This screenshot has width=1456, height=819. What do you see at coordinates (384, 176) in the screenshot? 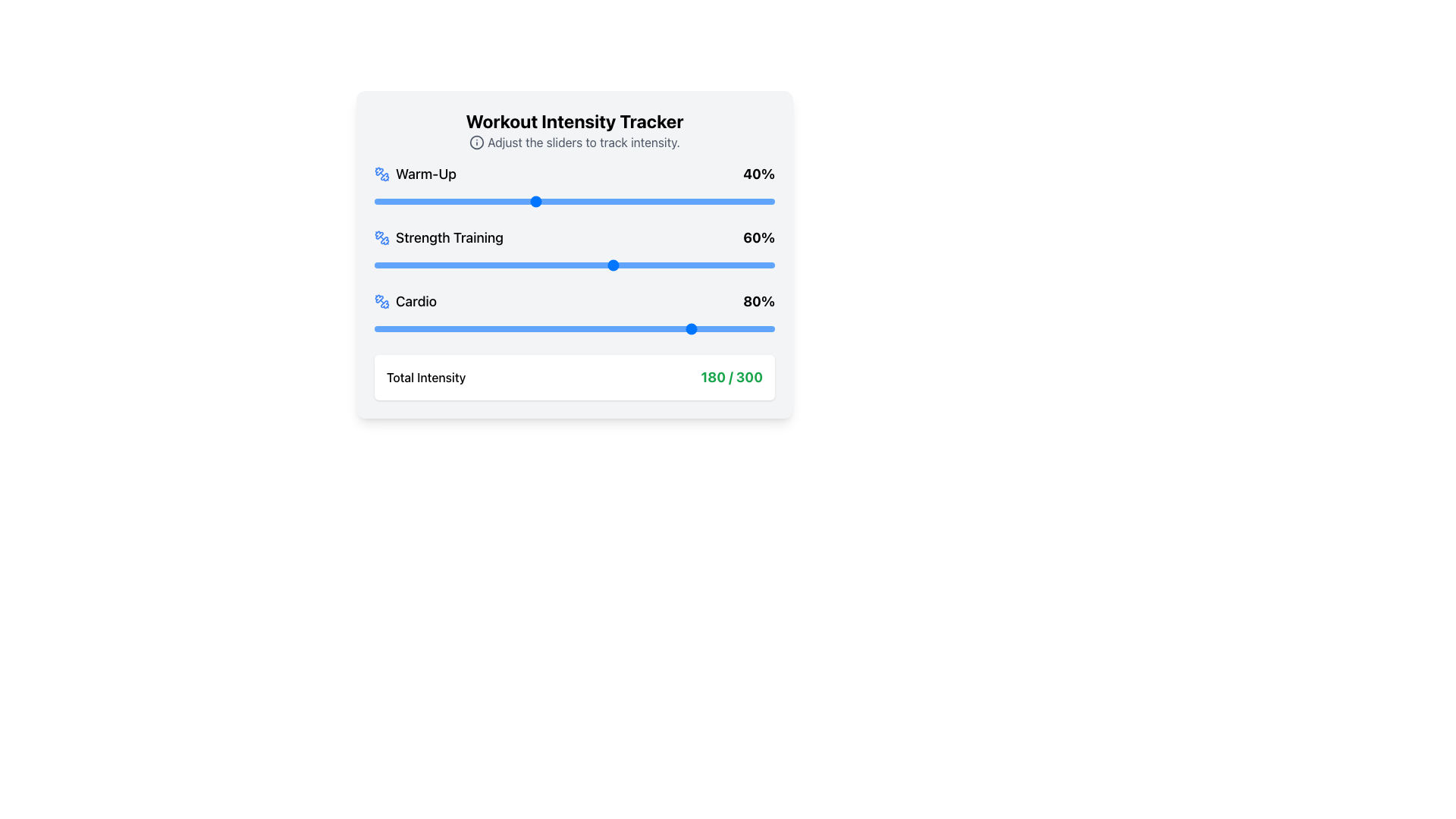
I see `the small blue icon resembling a part of a dumbbell located to the left of the 'Warm-Up' text in the 'Workout Intensity Tracker' section` at bounding box center [384, 176].